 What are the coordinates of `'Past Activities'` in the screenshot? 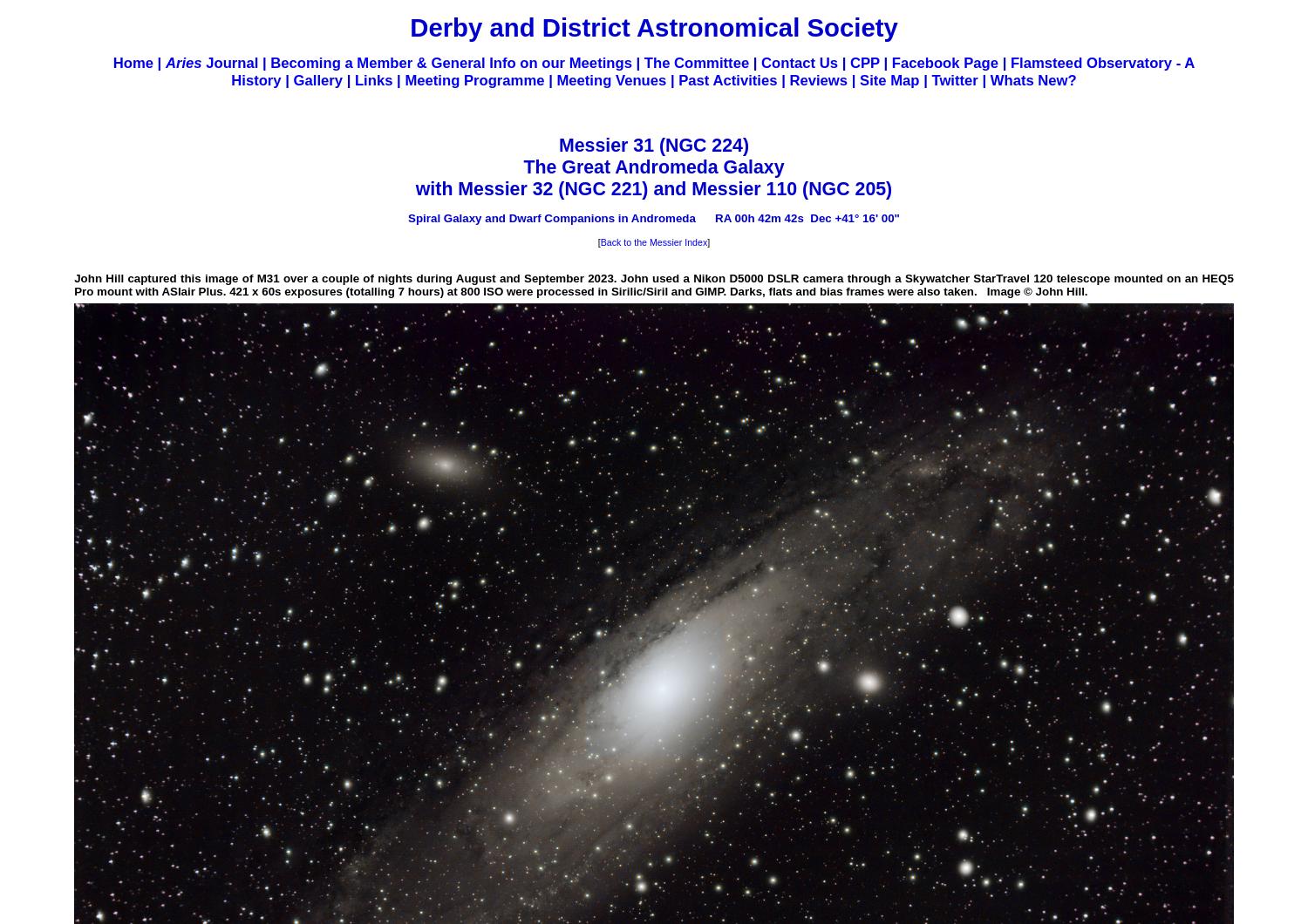 It's located at (726, 80).